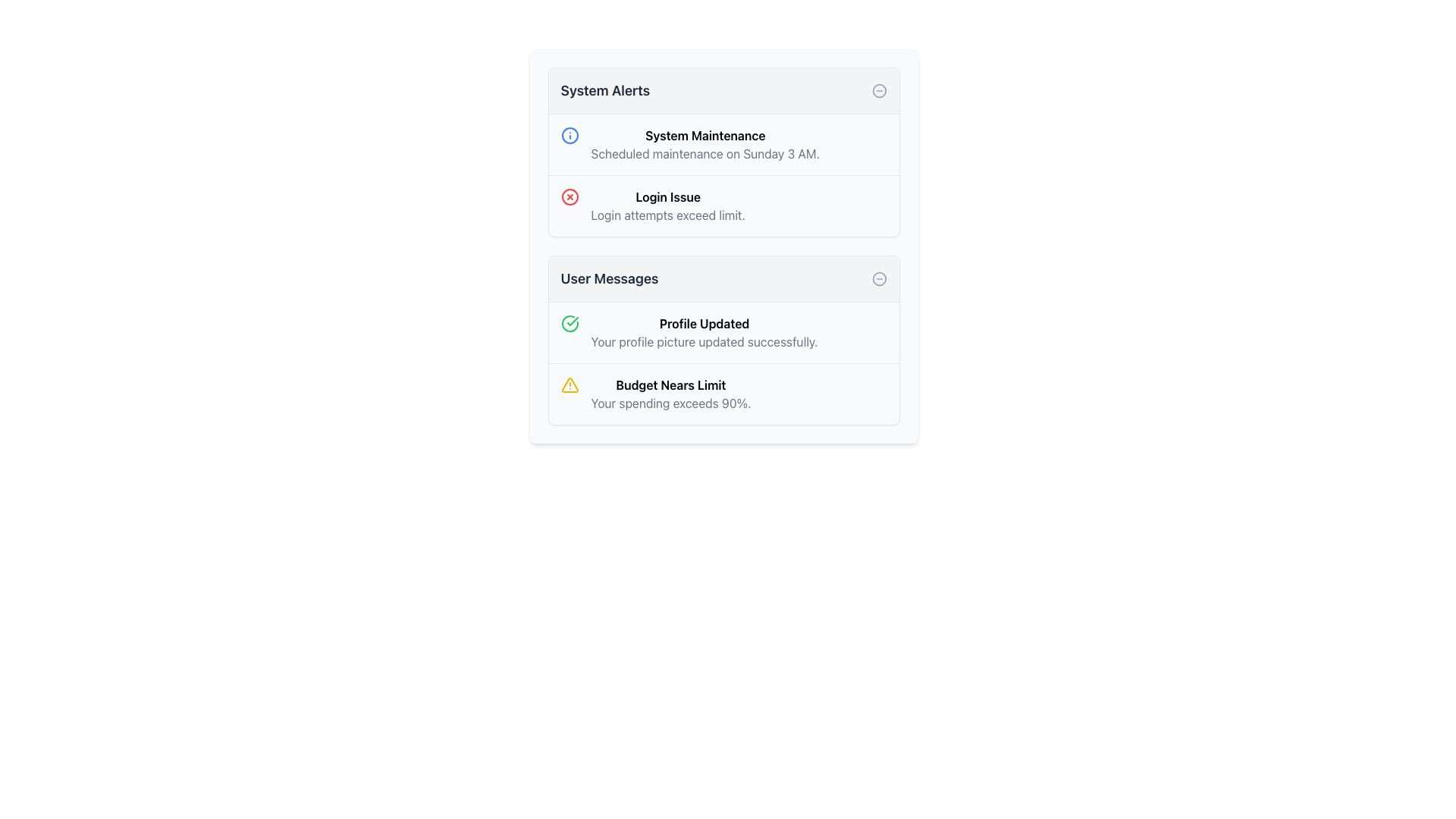 This screenshot has width=1456, height=819. I want to click on information from the first notification in the 'System Alerts' section, which states 'System Maintenance' and 'Scheduled maintenance on Sunday 3 AM.', so click(704, 145).